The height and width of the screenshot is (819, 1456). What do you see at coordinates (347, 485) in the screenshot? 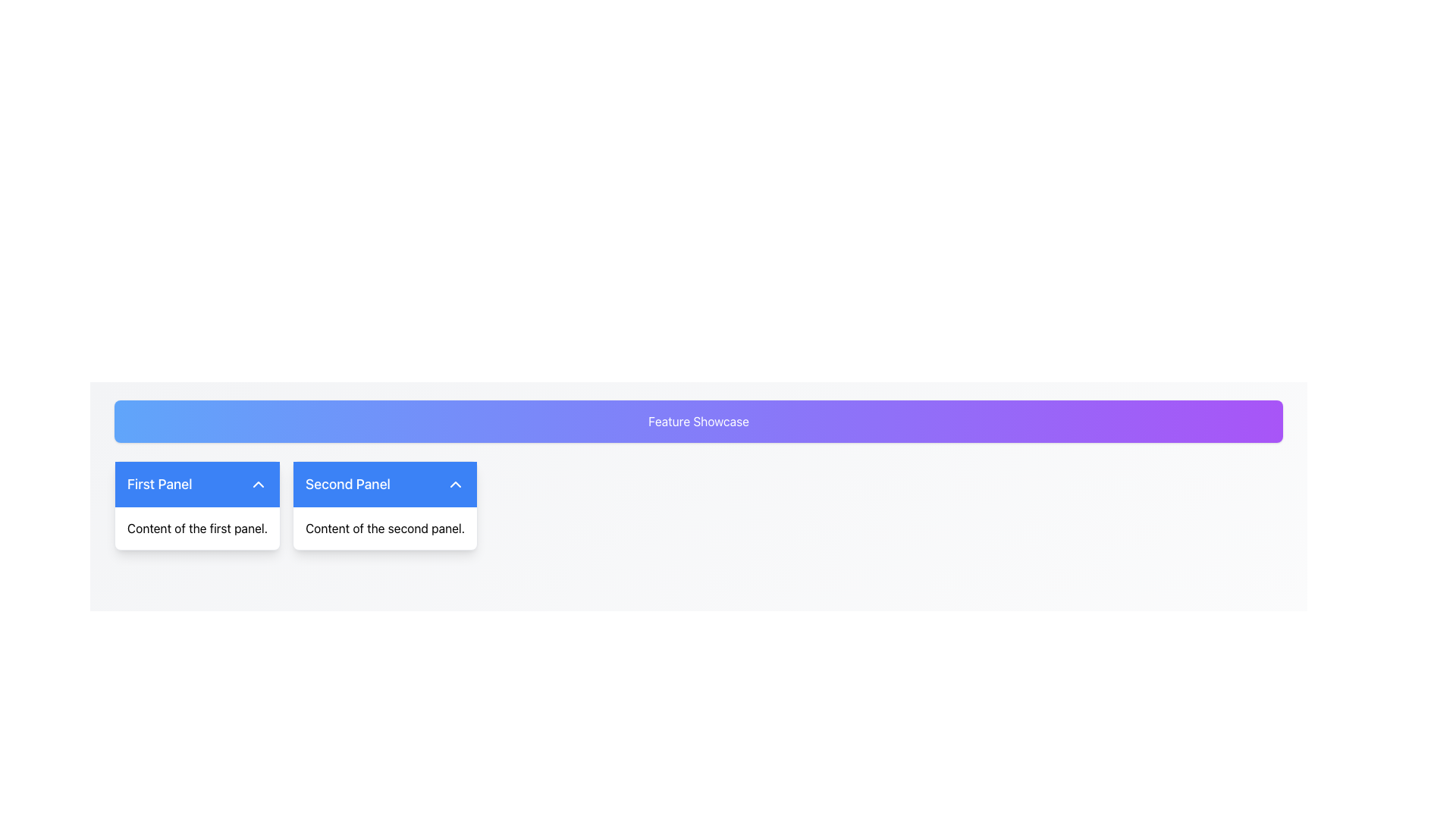
I see `text label that identifies the second panel in the collapsible interface, located centrally in the header area, to the left of the upward-pointing chevron icon` at bounding box center [347, 485].